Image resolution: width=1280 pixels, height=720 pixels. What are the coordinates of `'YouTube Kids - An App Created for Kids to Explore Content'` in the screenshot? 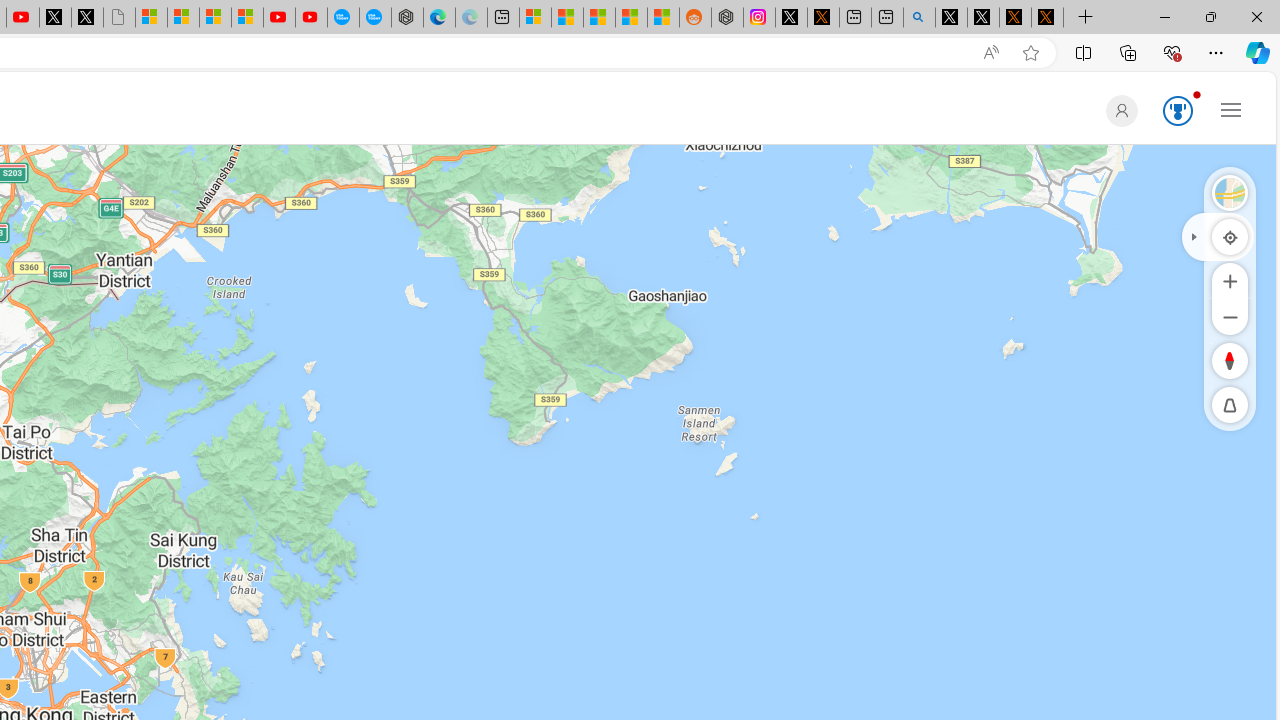 It's located at (310, 17).